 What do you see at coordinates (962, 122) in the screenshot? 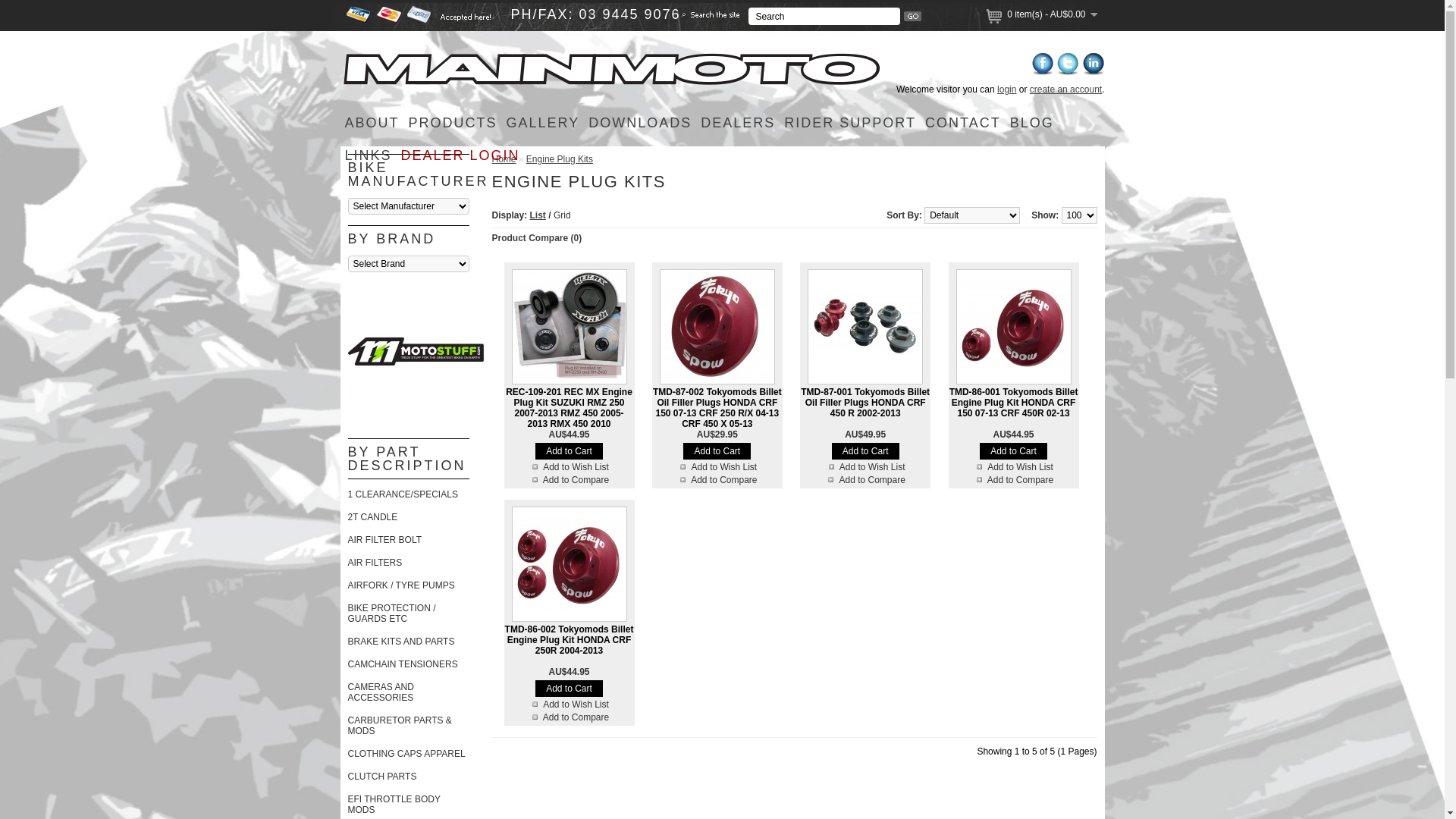
I see `'CONTACT'` at bounding box center [962, 122].